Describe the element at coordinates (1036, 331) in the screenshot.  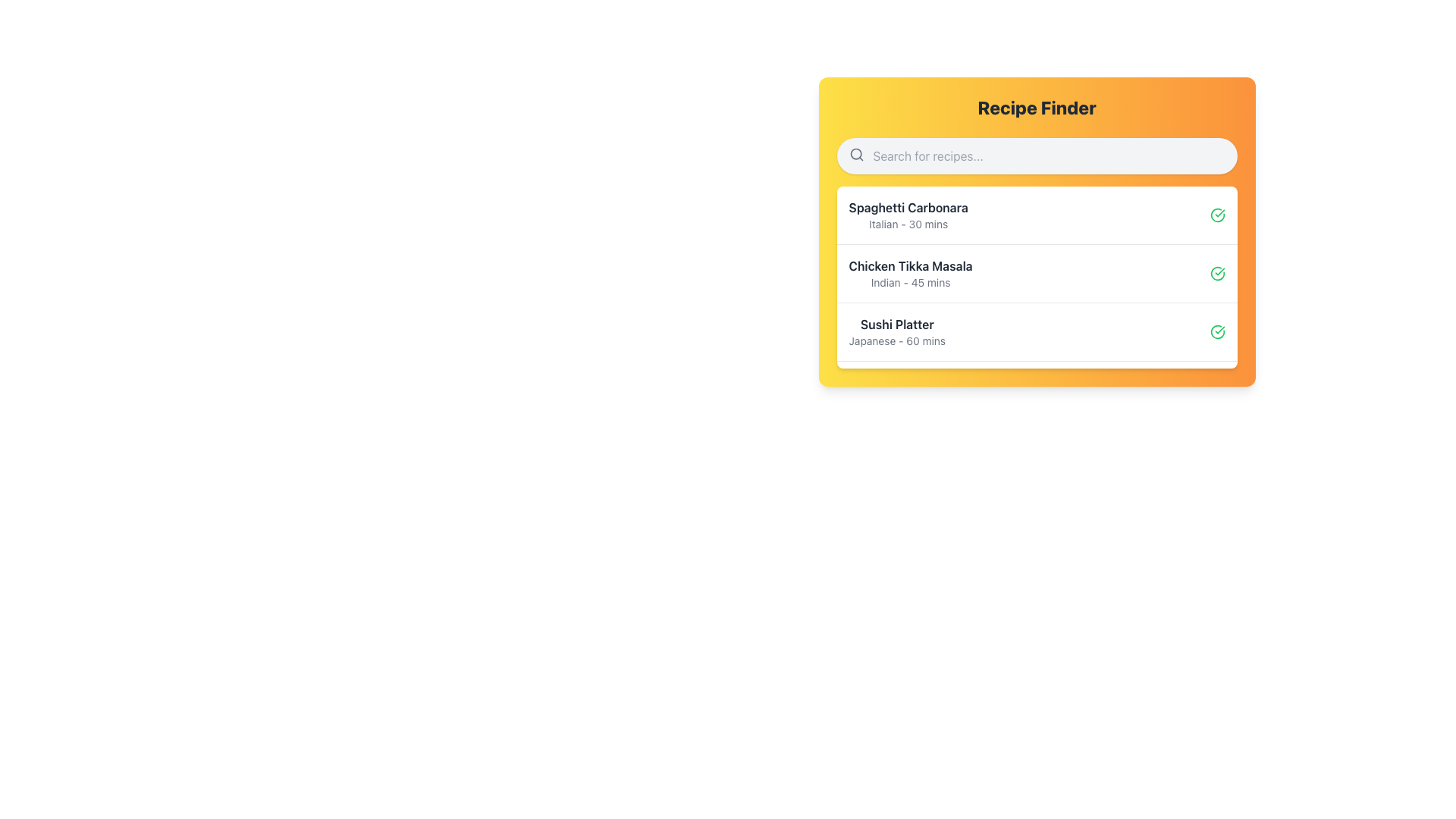
I see `the third food dish option in the 'Recipe Finder' menu, which is located between 'Chicken Tikka Masala' and 'French Onion Soup'` at that location.